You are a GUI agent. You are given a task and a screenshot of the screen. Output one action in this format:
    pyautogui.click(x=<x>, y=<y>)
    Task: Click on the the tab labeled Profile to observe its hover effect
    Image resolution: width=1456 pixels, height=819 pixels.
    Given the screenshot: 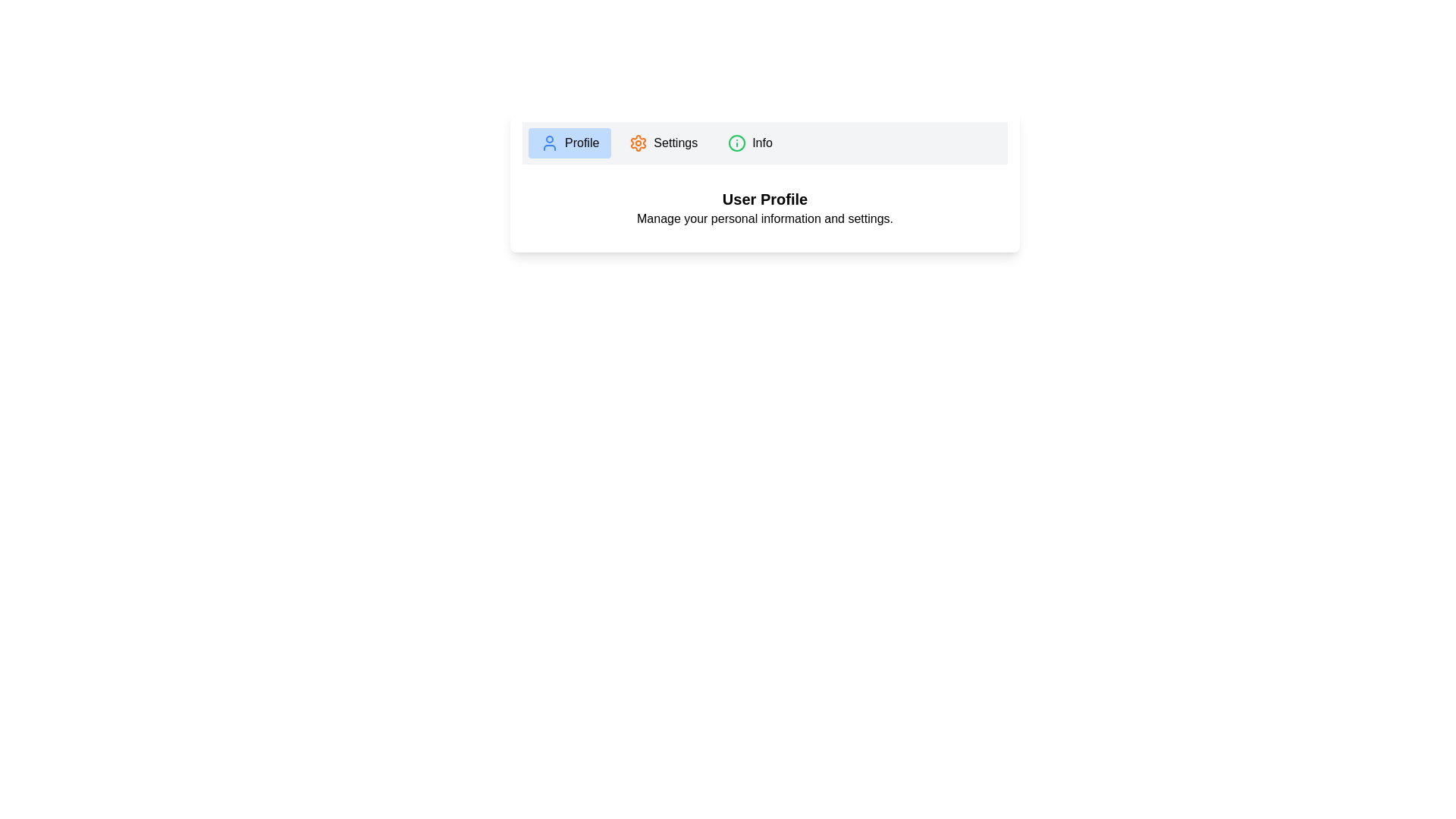 What is the action you would take?
    pyautogui.click(x=569, y=143)
    